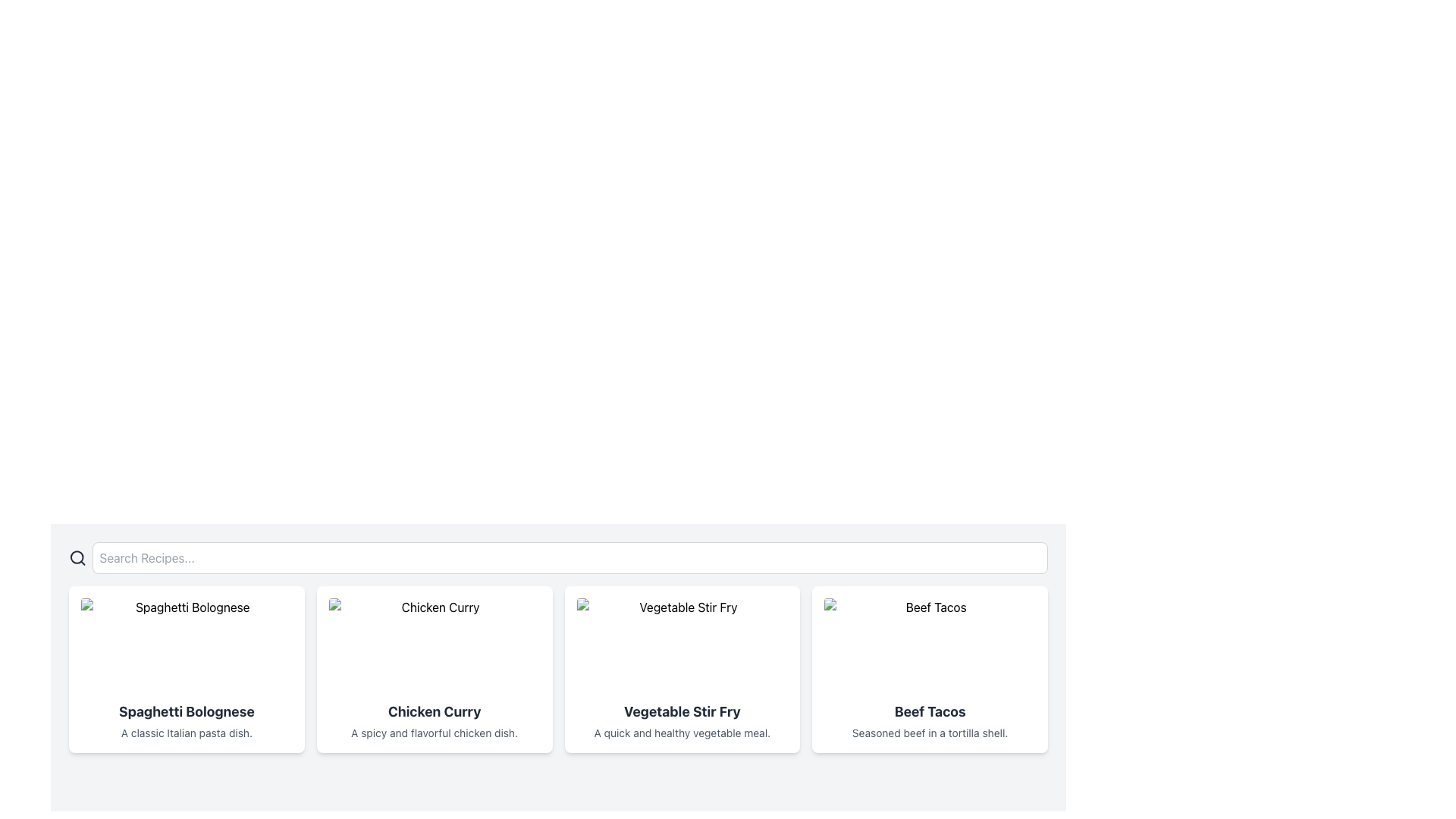 The image size is (1456, 819). Describe the element at coordinates (186, 711) in the screenshot. I see `the text label that serves as the title of the recipe displayed in the leftmost recipe card, located below the image placeholder and above the description text` at that location.